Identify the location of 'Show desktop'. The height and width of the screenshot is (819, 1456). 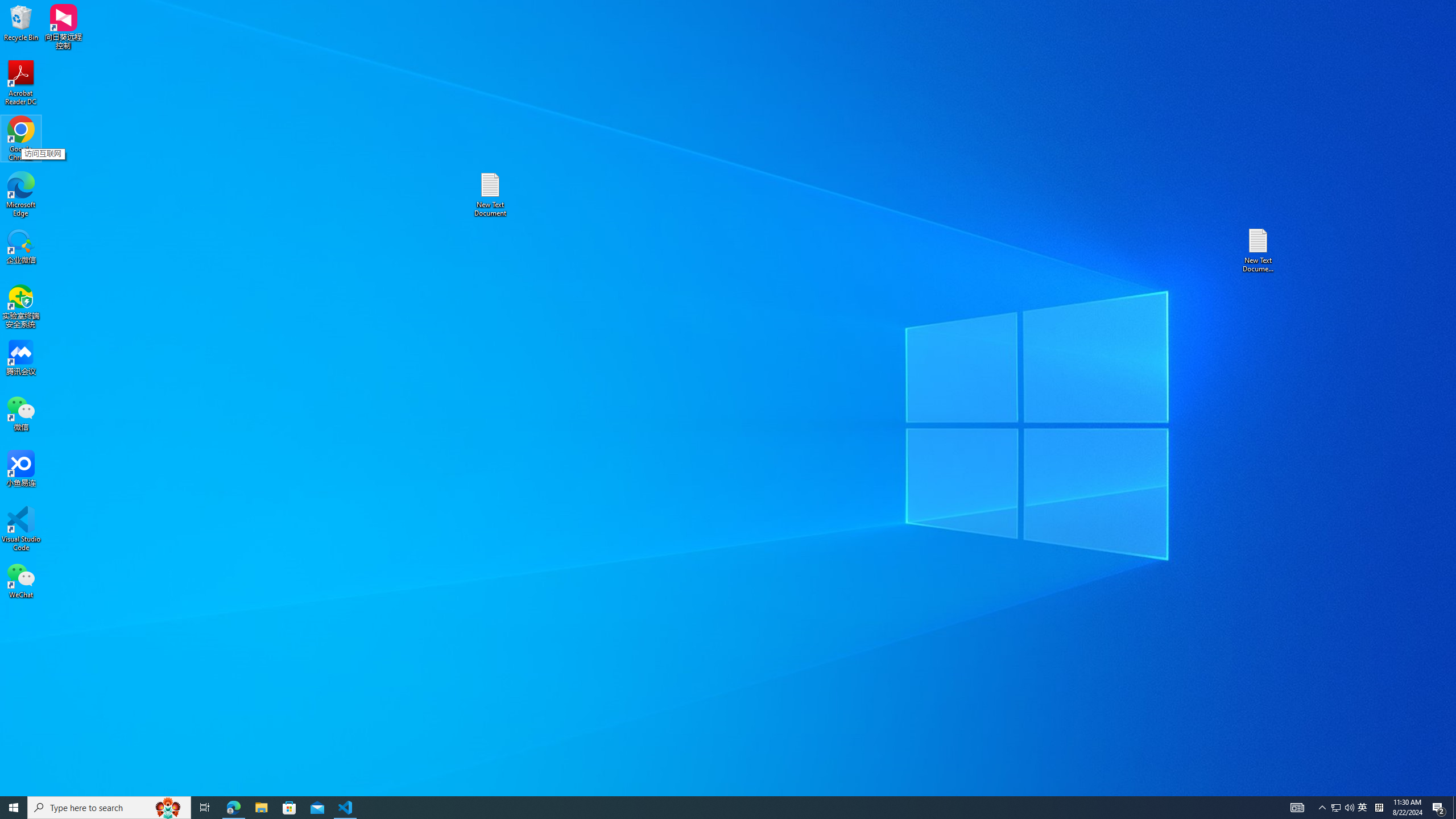
(1454, 806).